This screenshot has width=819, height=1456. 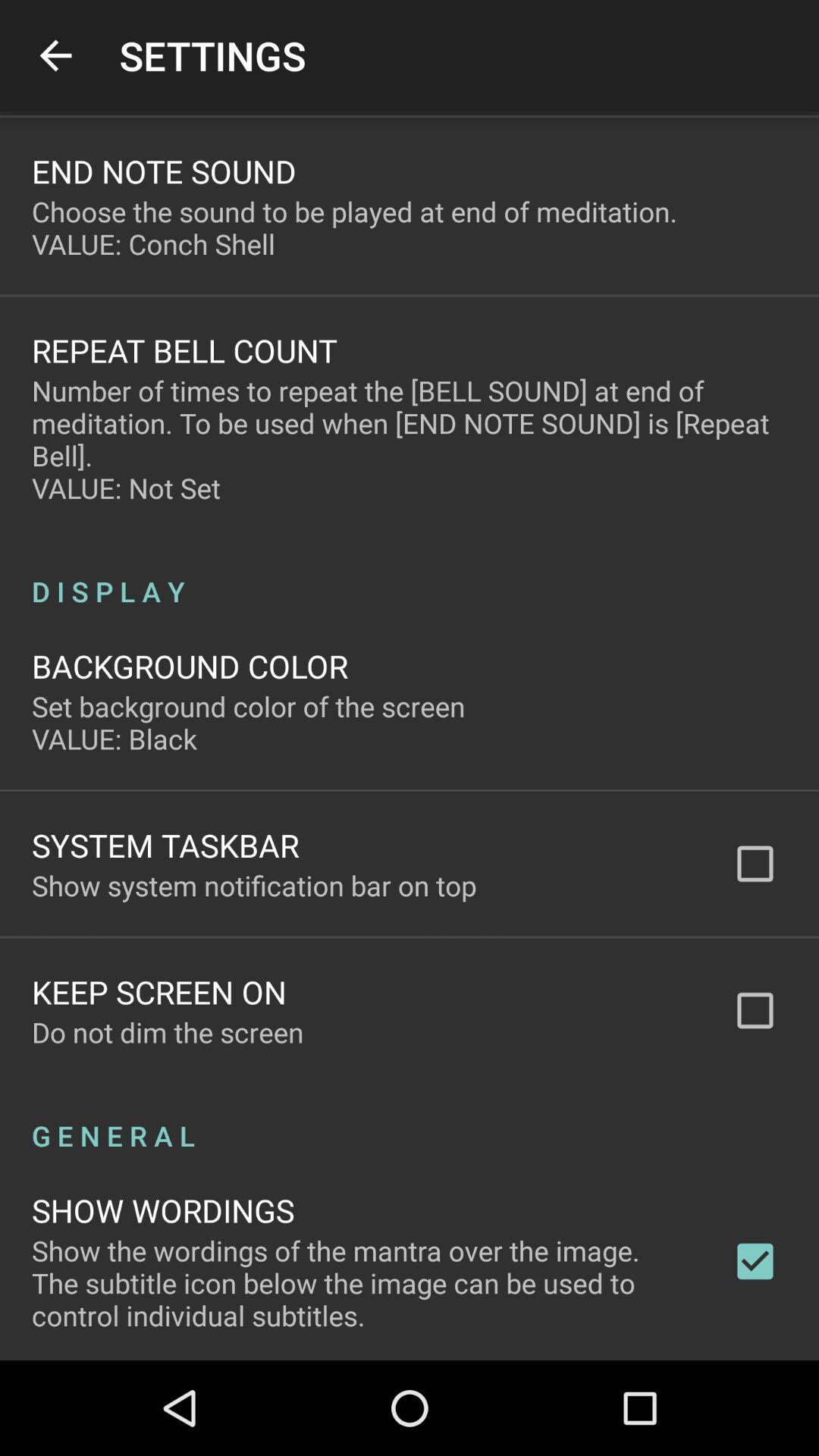 I want to click on number of times icon, so click(x=409, y=438).